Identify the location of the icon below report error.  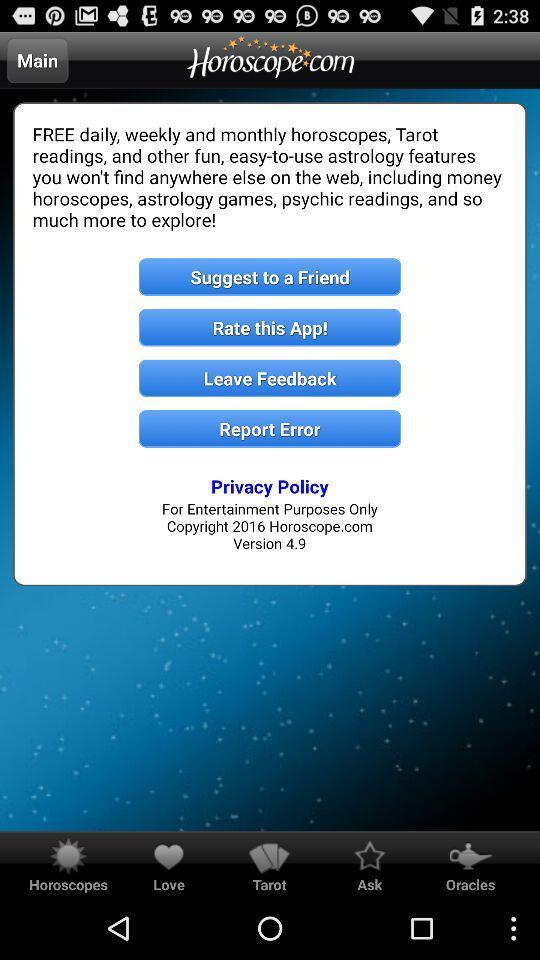
(270, 485).